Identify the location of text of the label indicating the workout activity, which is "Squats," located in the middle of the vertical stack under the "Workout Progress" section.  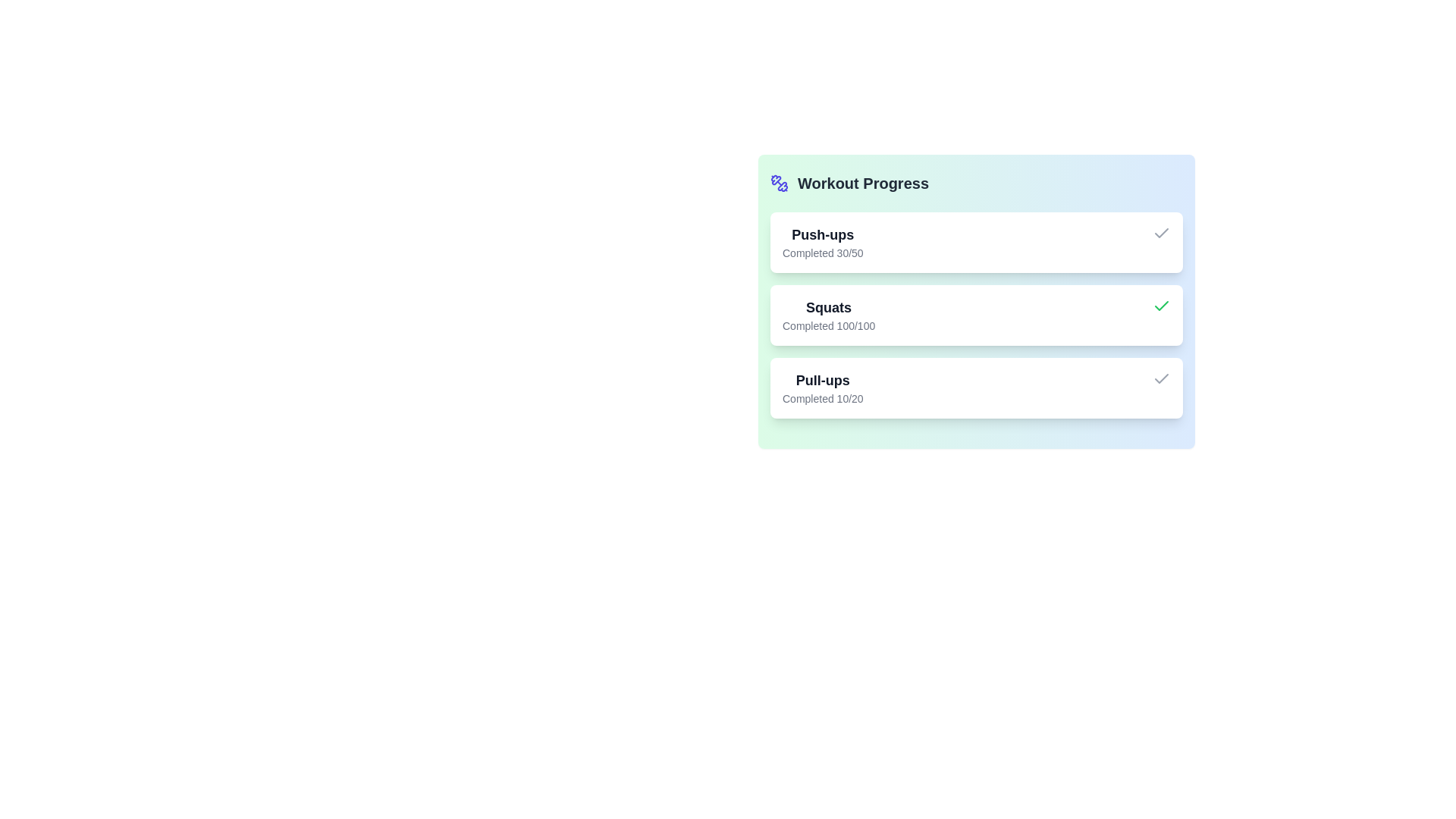
(828, 307).